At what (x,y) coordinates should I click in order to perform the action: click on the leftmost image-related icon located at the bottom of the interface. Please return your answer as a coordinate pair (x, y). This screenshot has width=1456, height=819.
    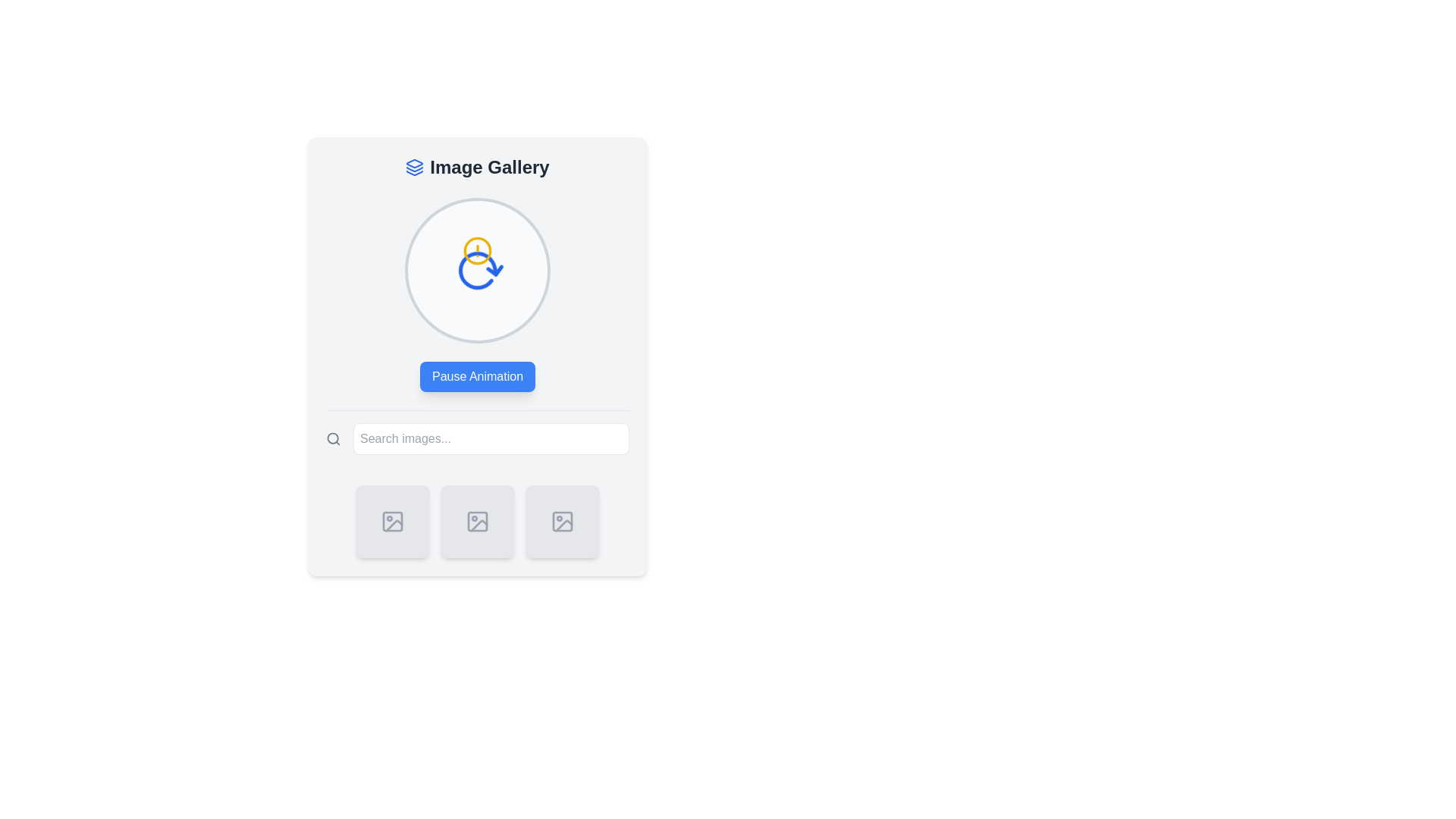
    Looking at the image, I should click on (393, 520).